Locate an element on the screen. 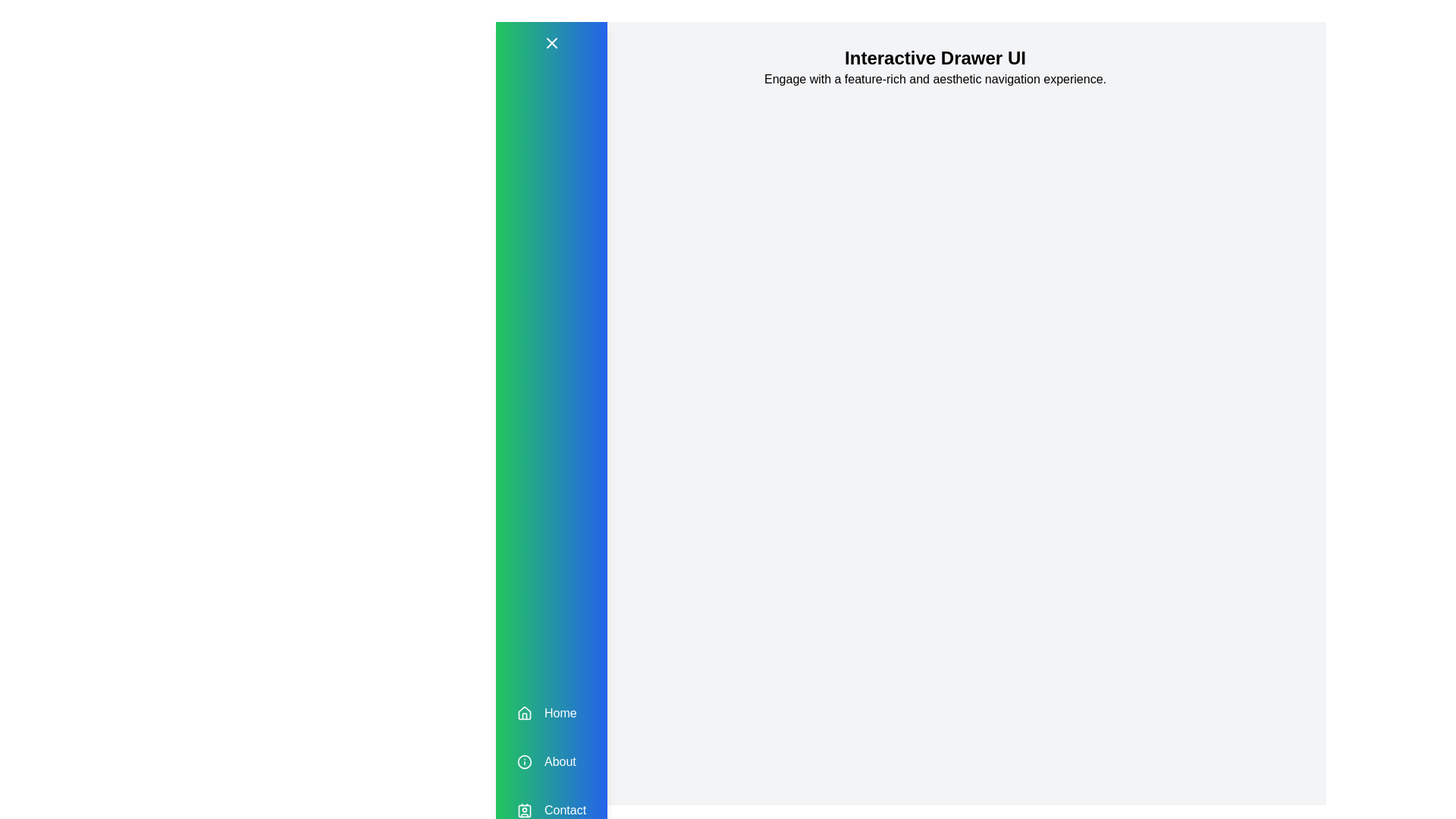 The image size is (1456, 819). the 'About' menu item in the sidebar is located at coordinates (550, 762).